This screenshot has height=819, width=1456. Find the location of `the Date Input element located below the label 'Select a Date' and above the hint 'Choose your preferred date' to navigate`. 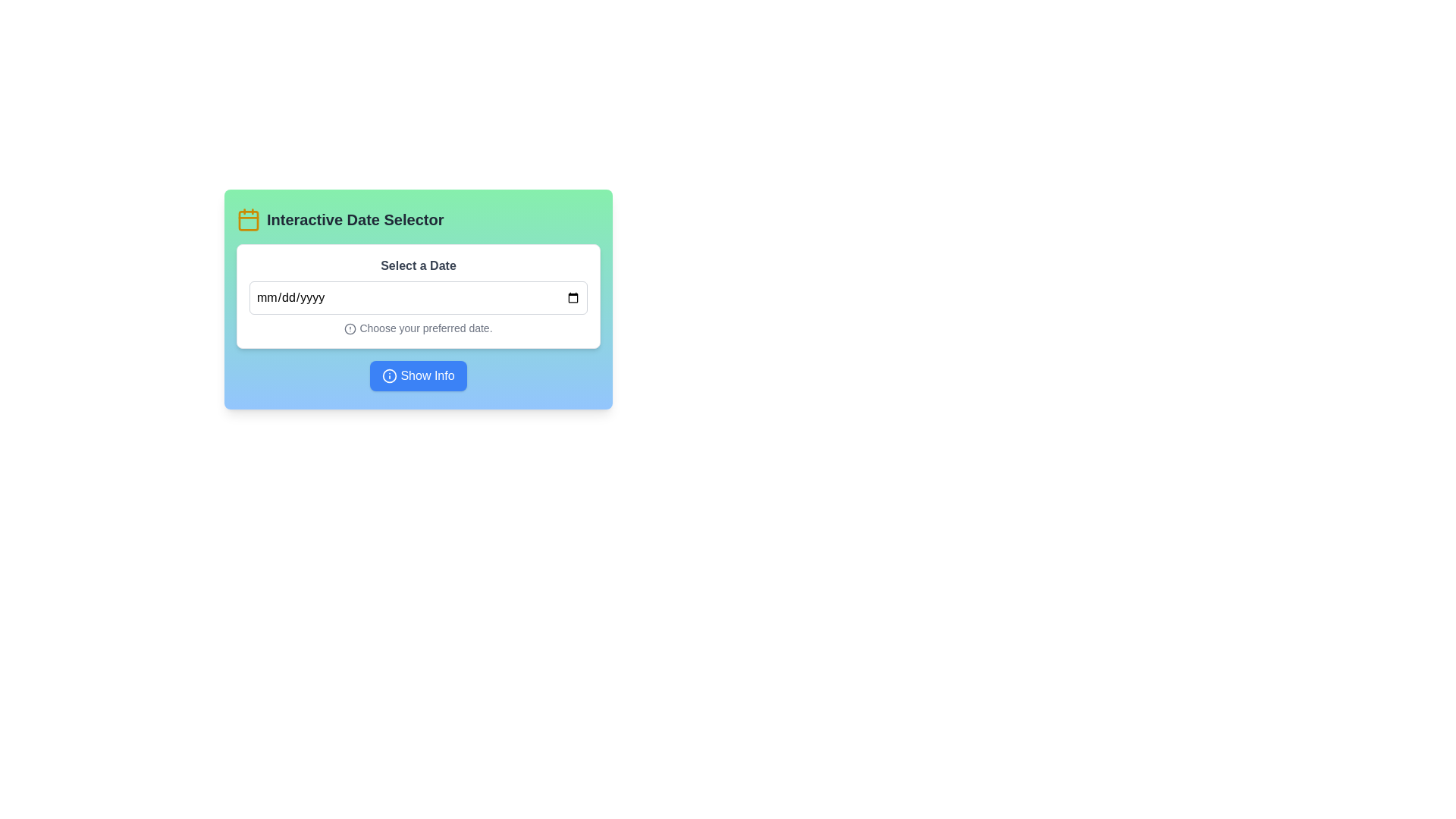

the Date Input element located below the label 'Select a Date' and above the hint 'Choose your preferred date' to navigate is located at coordinates (419, 298).